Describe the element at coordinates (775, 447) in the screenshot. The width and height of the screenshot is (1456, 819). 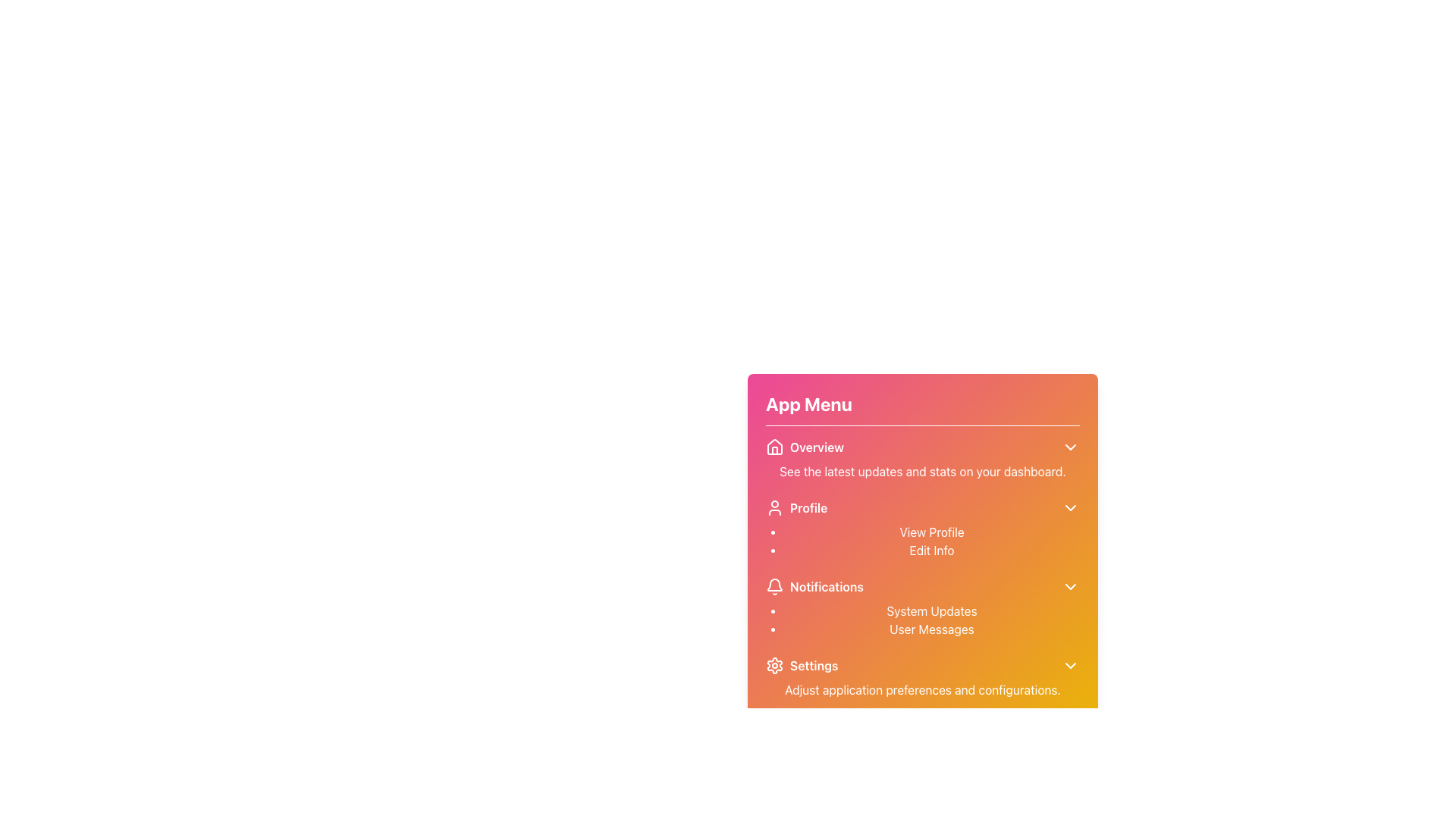
I see `the non-interactive 'Overview' icon located at the top of the menu, adjacent to the text 'Overview'` at that location.